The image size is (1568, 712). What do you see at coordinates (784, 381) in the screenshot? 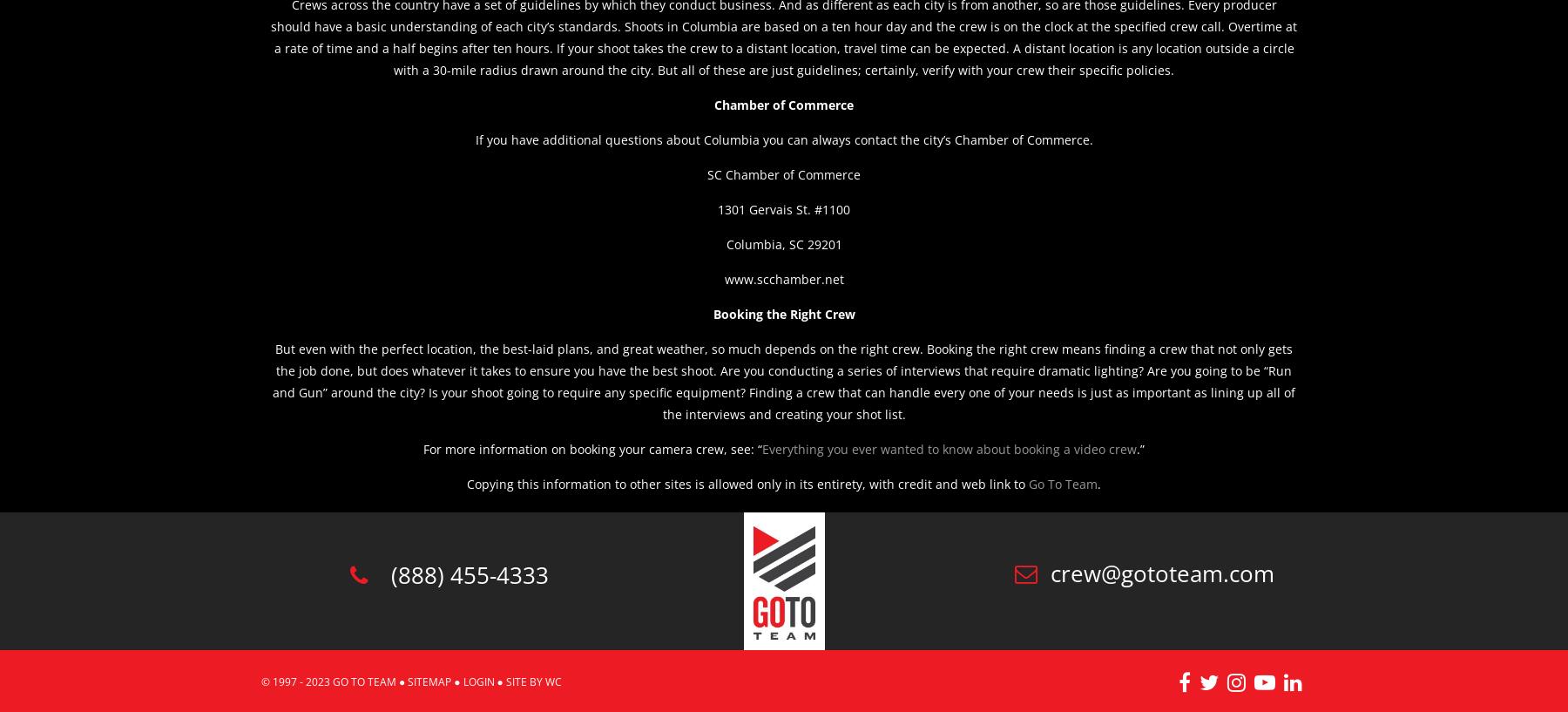
I see `'But even with the perfect location, the best-laid plans, and great weather, so much depends on the right crew. Booking the right crew means finding a crew that not only gets the job done, but does whatever it takes to ensure you have the best shoot. Are you conducting a series of interviews that require dramatic lighting? Are you going to be “Run and Gun” around the city? Is your shoot going to require any specific equipment? Finding a crew that can handle every one of your needs is just as important as lining up all of the interviews and creating your shot list.'` at bounding box center [784, 381].